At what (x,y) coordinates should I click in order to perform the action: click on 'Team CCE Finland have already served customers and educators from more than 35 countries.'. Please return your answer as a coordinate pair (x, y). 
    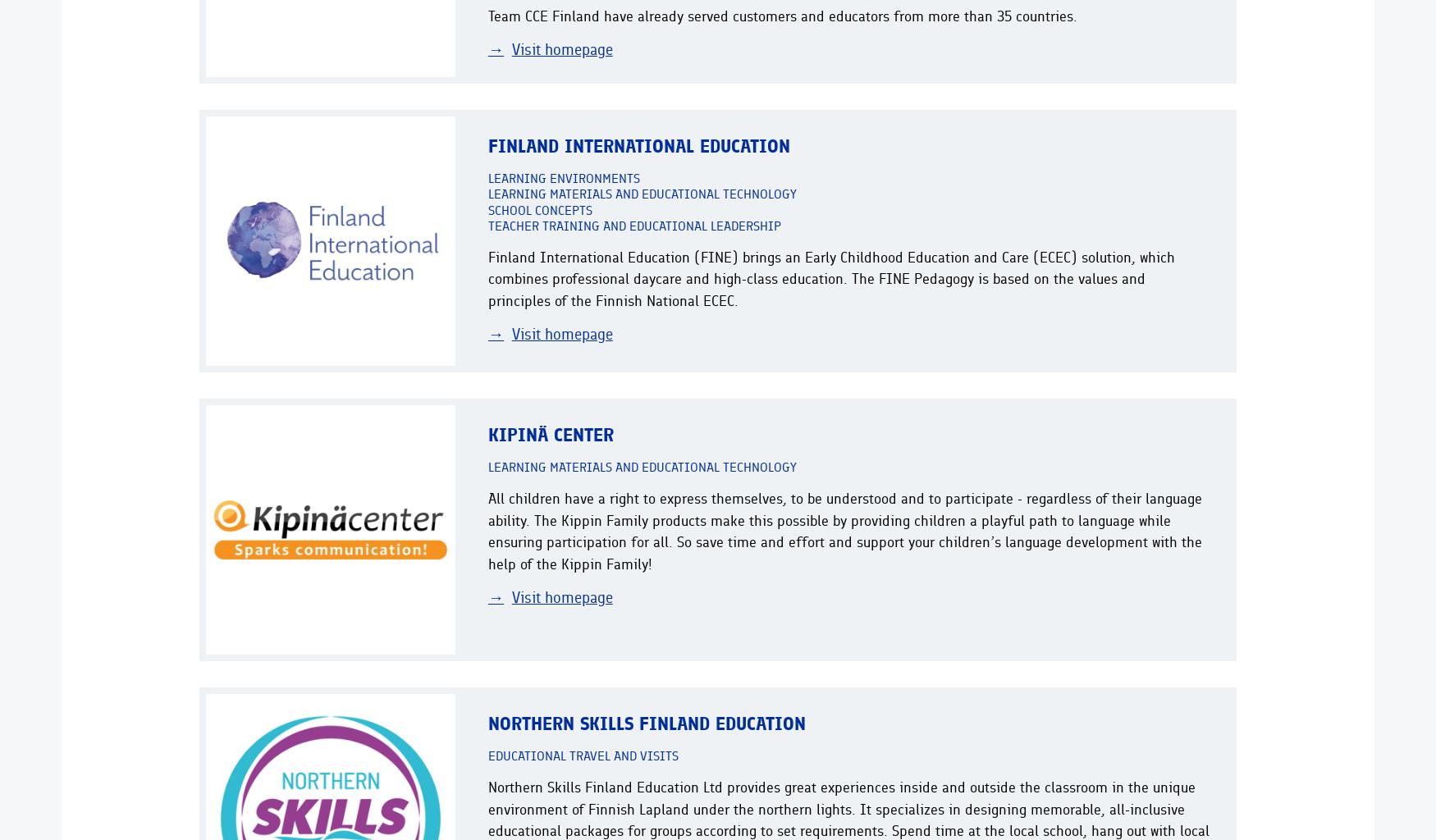
    Looking at the image, I should click on (488, 15).